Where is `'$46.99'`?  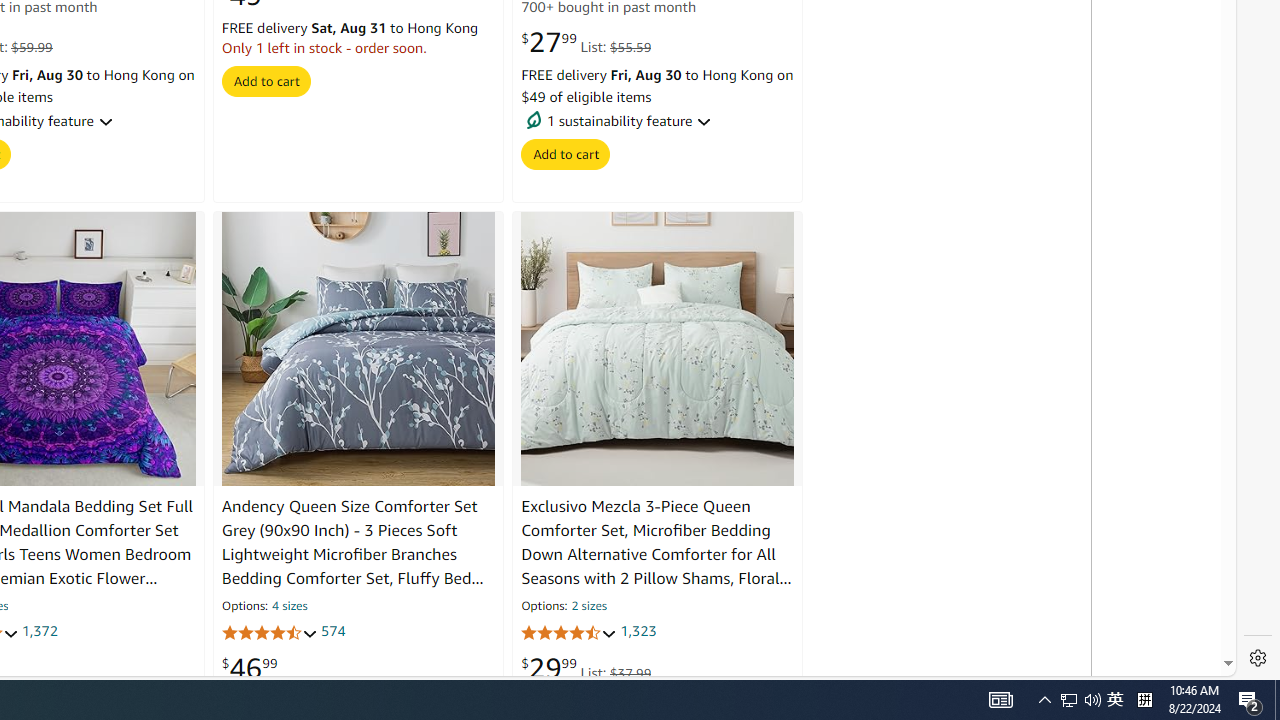
'$46.99' is located at coordinates (248, 668).